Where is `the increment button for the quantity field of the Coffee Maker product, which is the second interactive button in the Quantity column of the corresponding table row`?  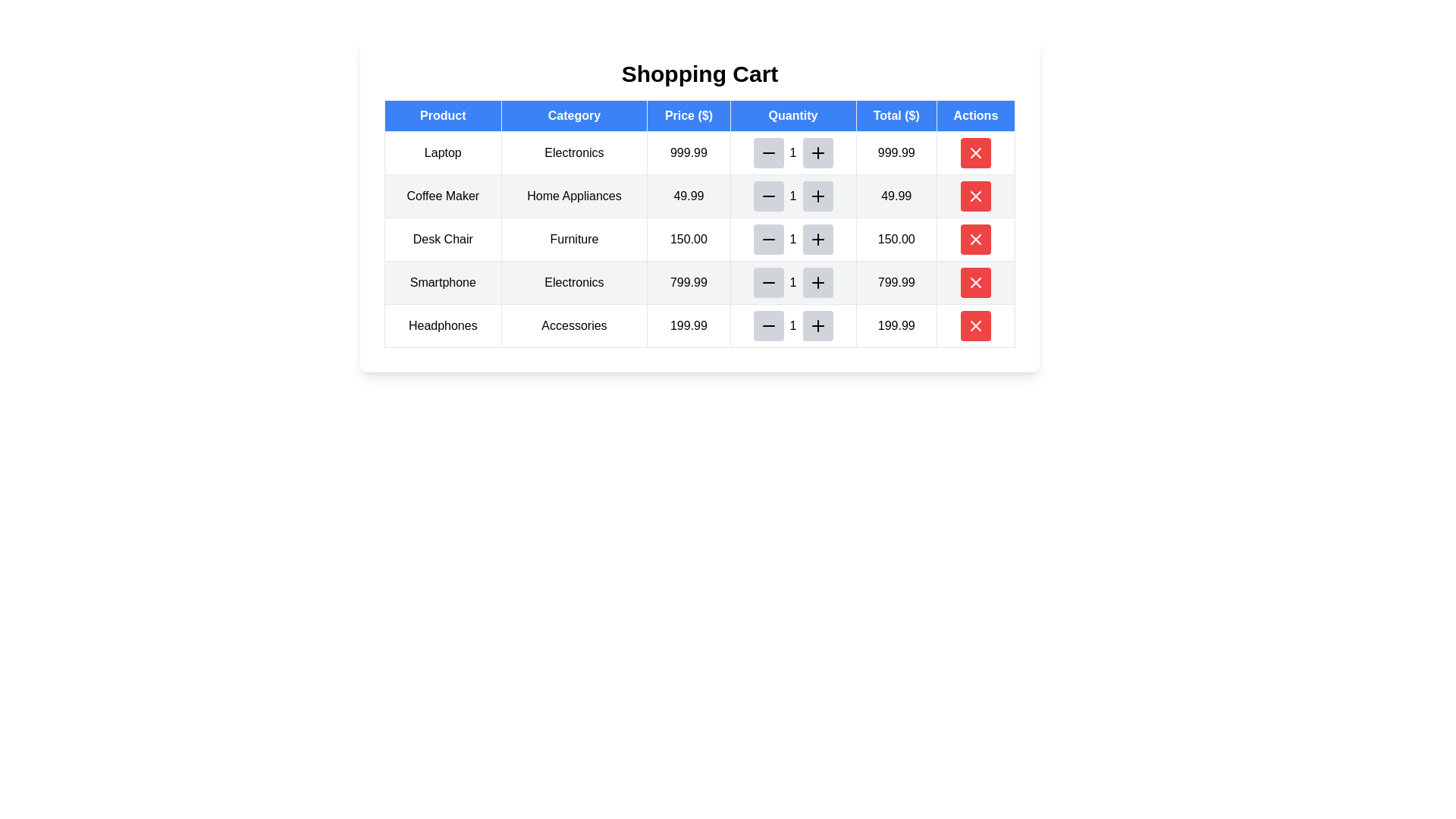 the increment button for the quantity field of the Coffee Maker product, which is the second interactive button in the Quantity column of the corresponding table row is located at coordinates (817, 195).